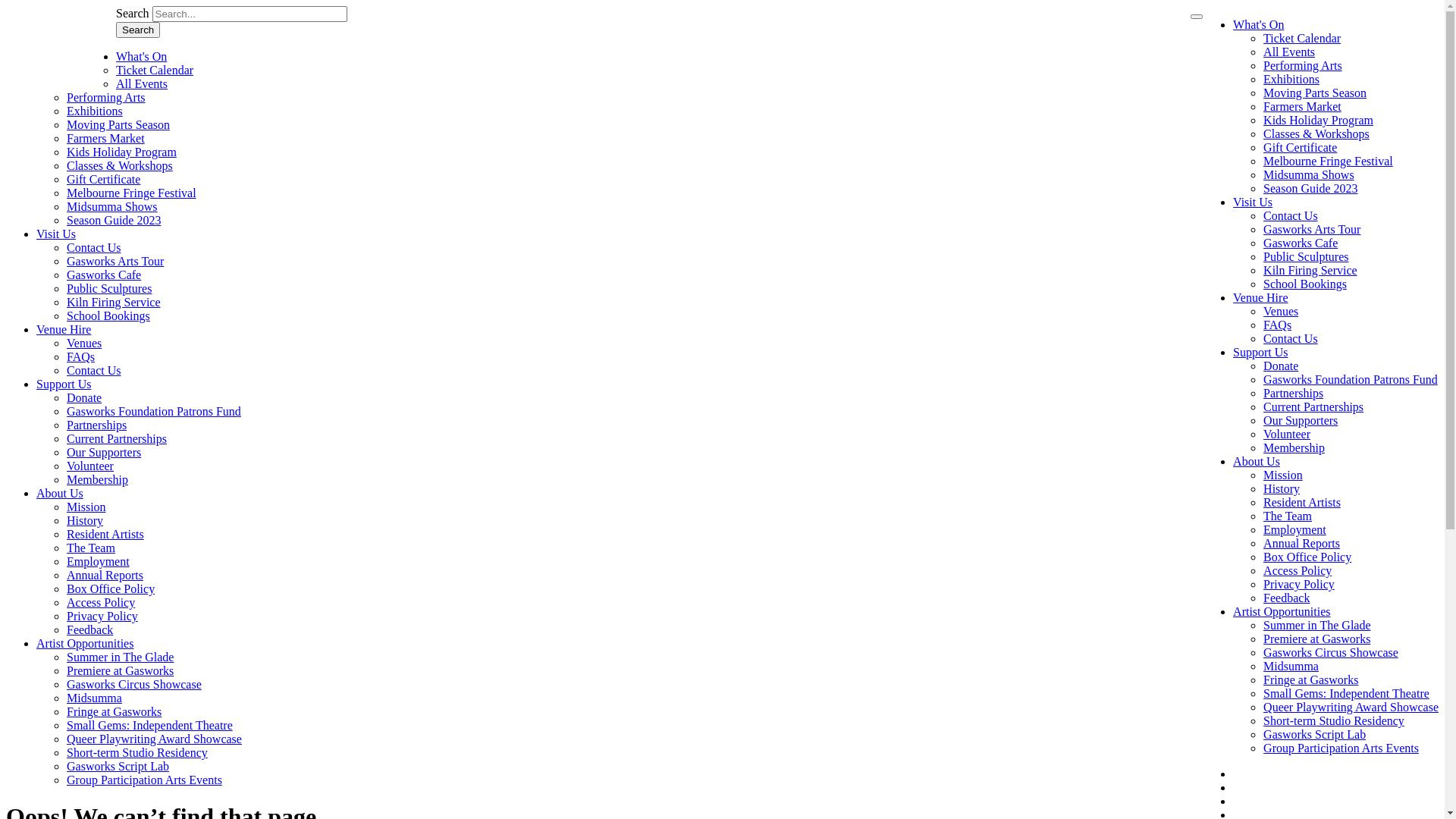 The width and height of the screenshot is (1456, 819). Describe the element at coordinates (1310, 229) in the screenshot. I see `'Gasworks Arts Tour'` at that location.